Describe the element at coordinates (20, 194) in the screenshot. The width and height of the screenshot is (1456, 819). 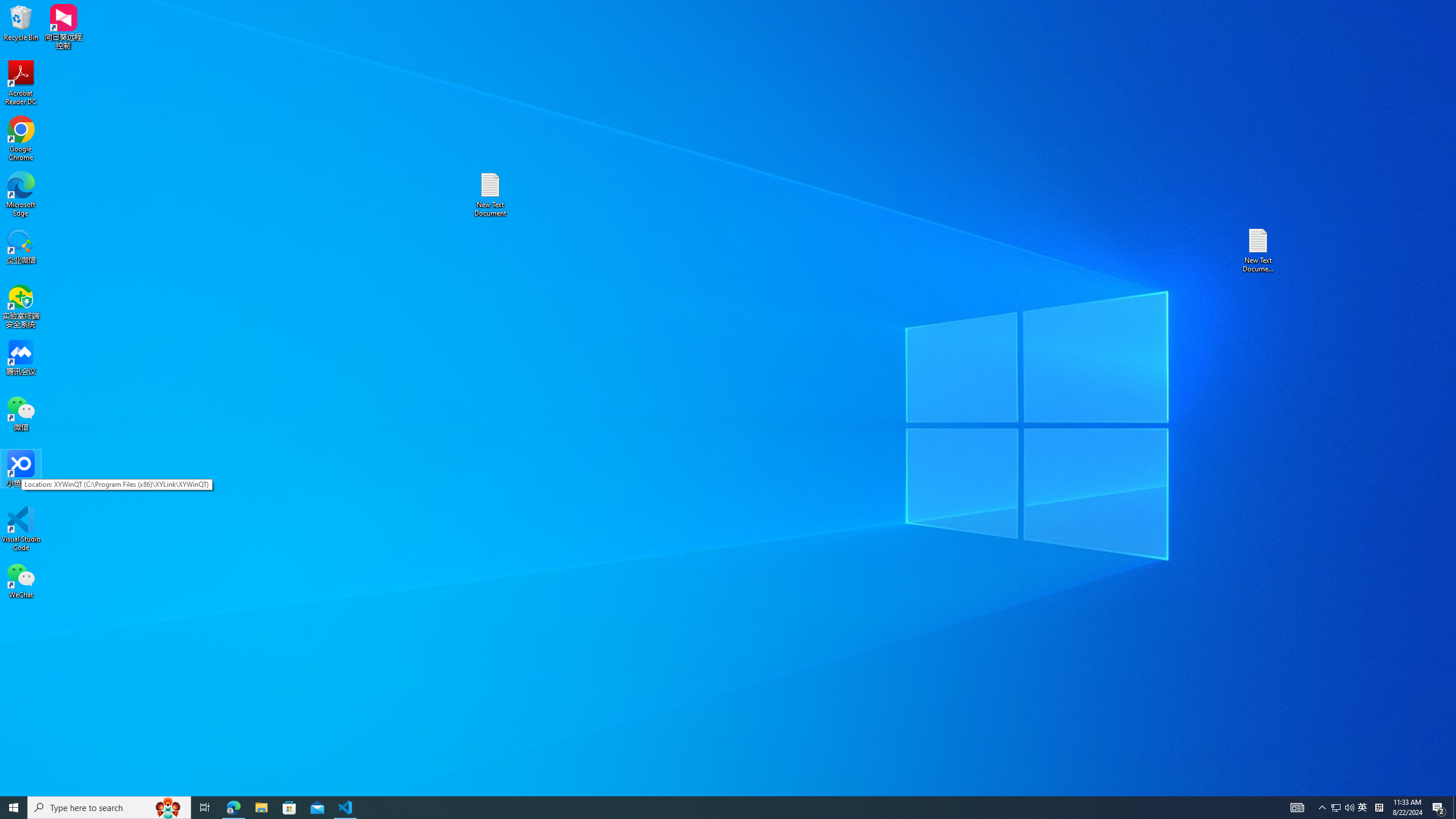
I see `'Microsoft Edge'` at that location.